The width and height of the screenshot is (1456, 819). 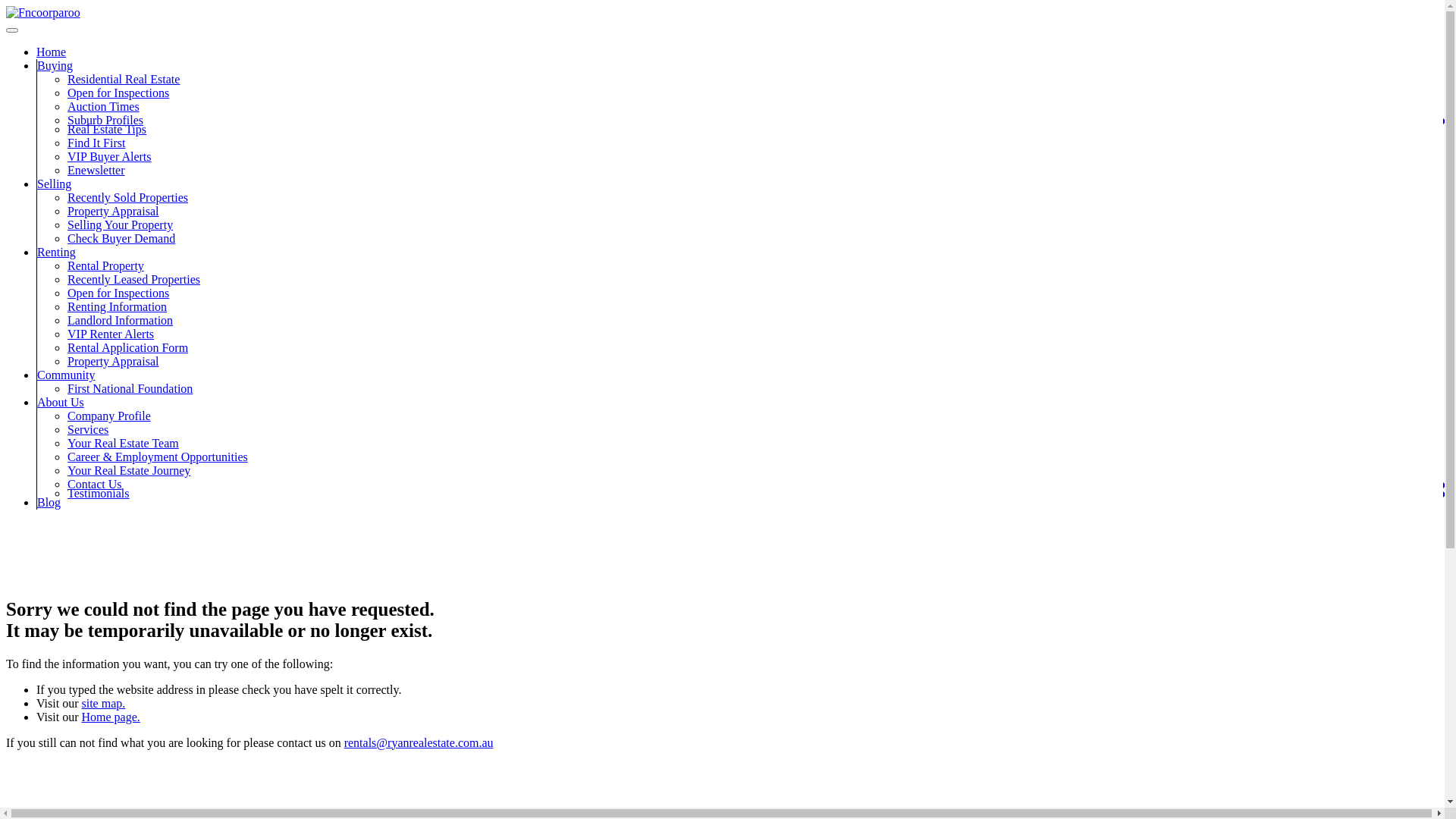 What do you see at coordinates (67, 429) in the screenshot?
I see `'Services'` at bounding box center [67, 429].